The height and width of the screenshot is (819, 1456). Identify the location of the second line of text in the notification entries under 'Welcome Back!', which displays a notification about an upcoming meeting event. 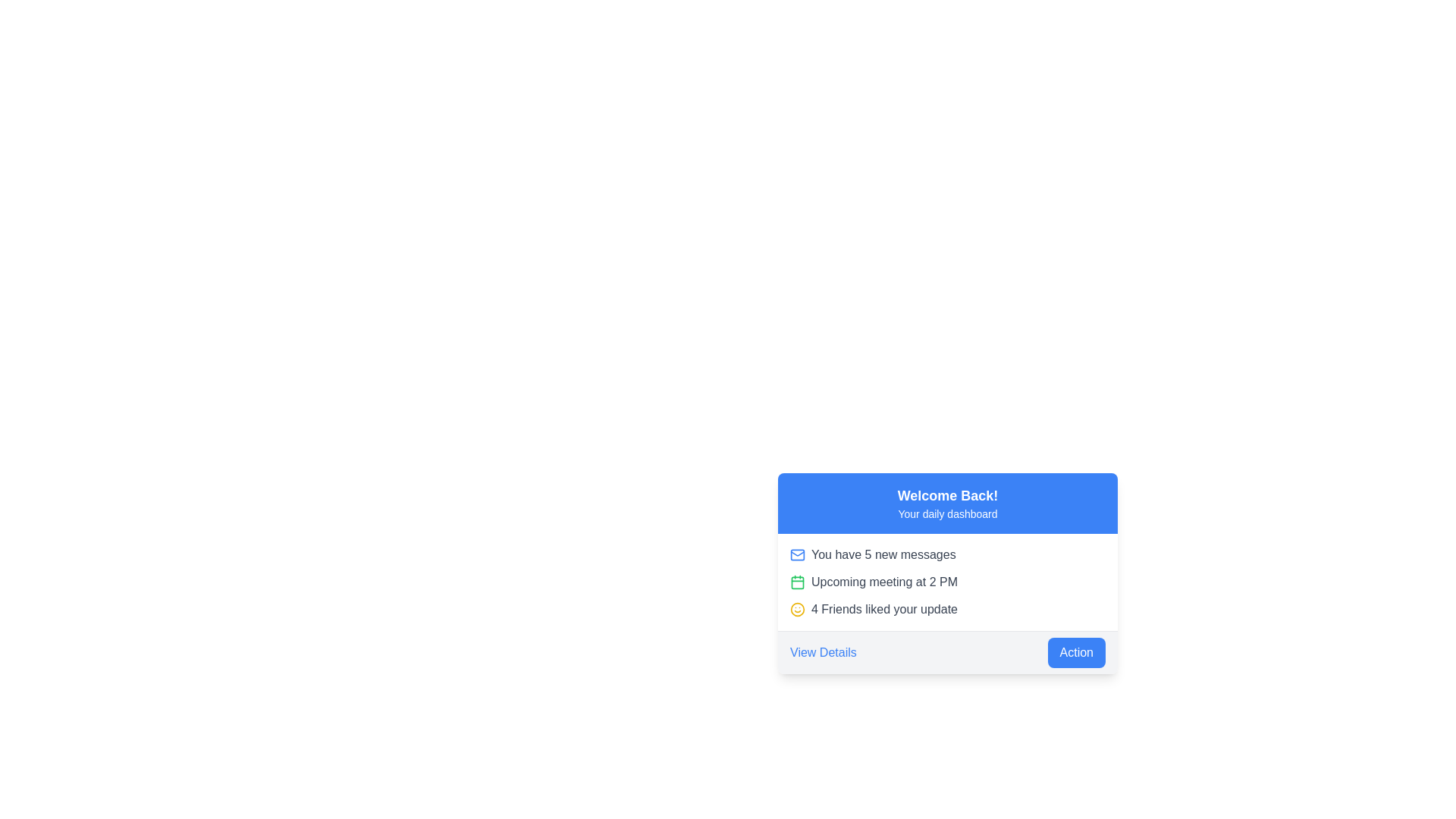
(884, 581).